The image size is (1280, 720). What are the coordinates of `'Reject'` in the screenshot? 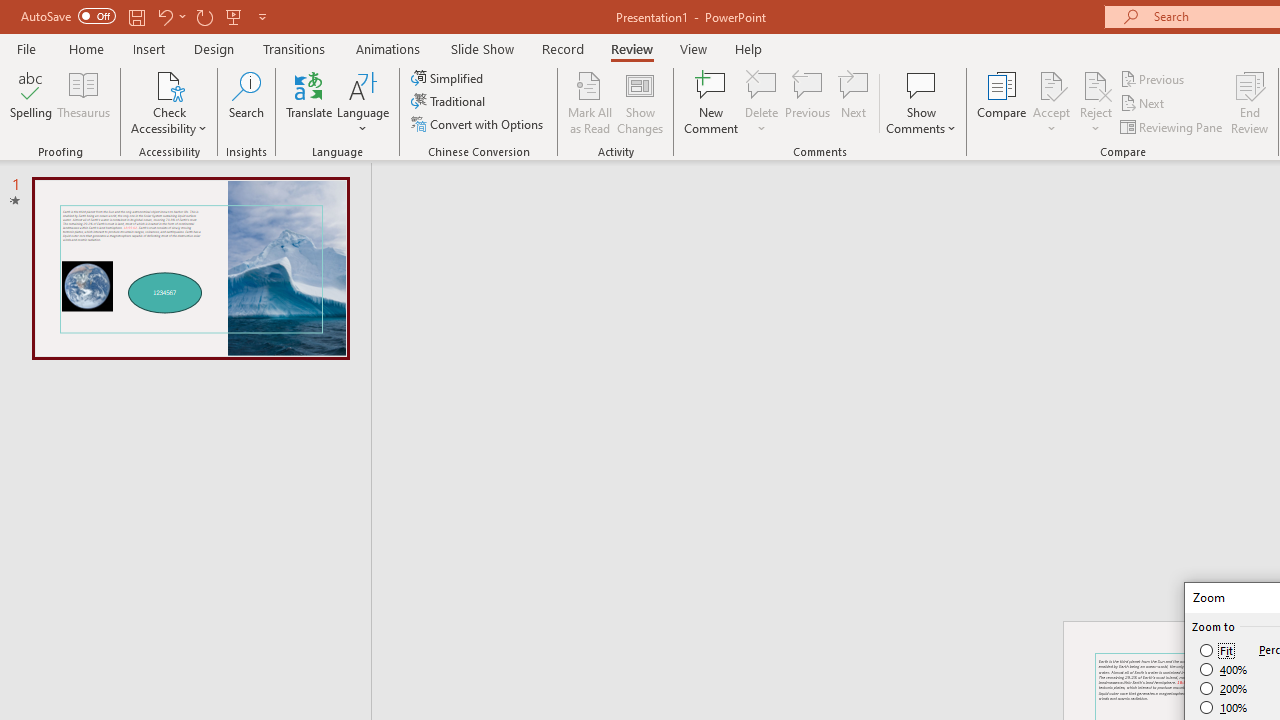 It's located at (1095, 103).